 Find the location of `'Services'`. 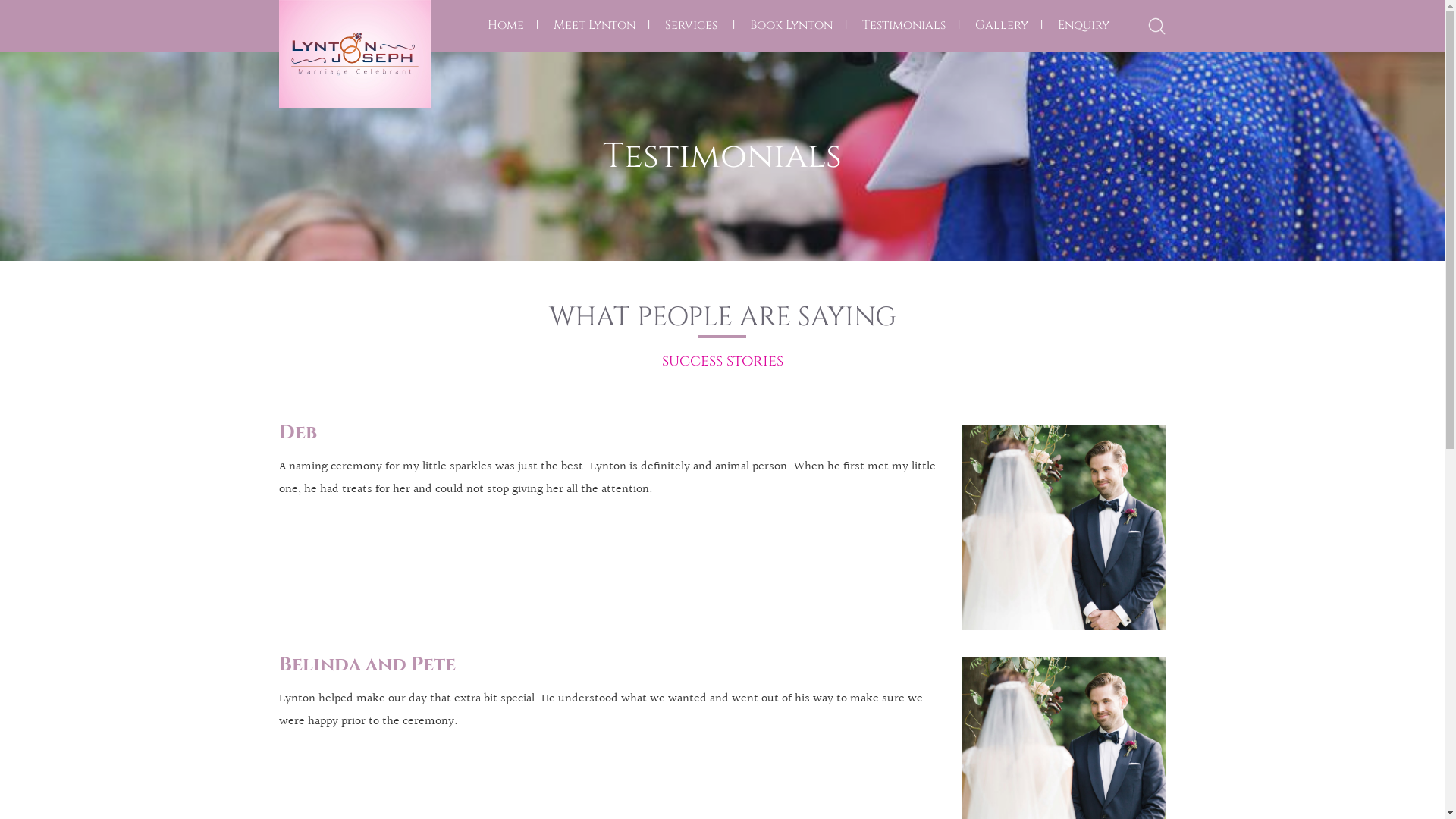

'Services' is located at coordinates (689, 25).